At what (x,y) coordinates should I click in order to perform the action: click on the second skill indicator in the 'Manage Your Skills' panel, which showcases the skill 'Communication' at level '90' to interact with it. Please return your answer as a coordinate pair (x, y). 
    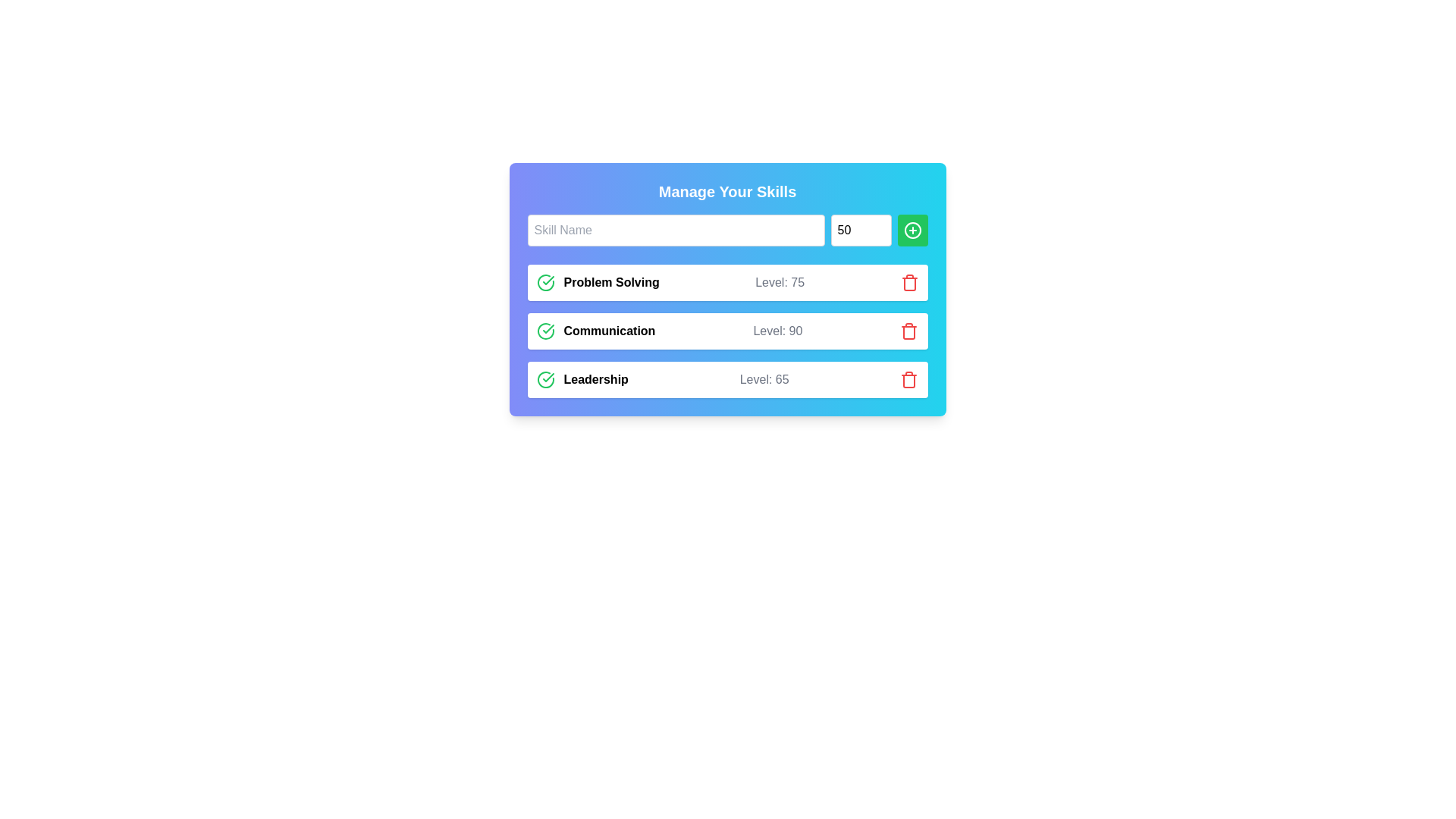
    Looking at the image, I should click on (726, 330).